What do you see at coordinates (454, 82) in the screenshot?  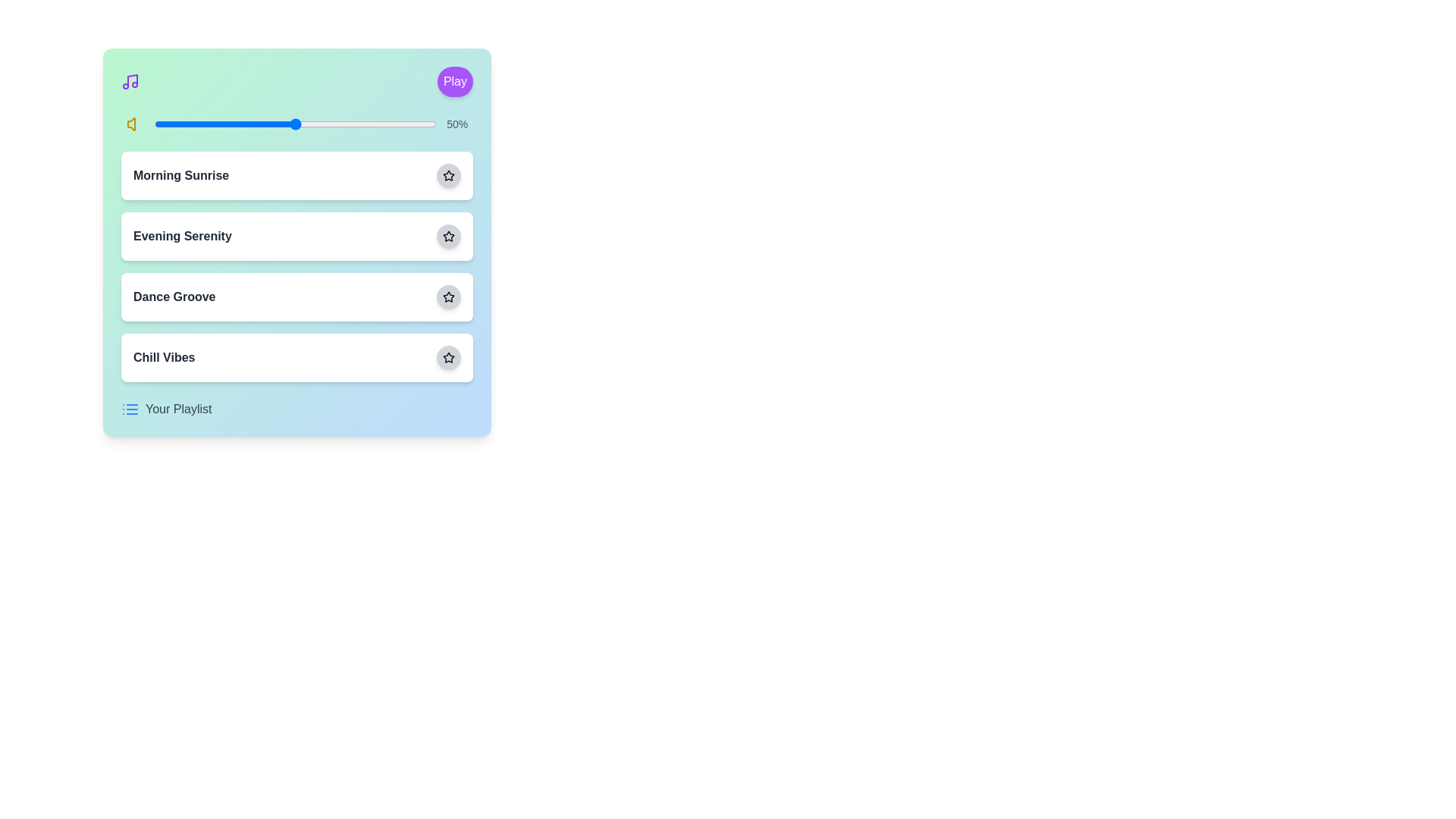 I see `the prominent purple circular button labeled 'Play'` at bounding box center [454, 82].